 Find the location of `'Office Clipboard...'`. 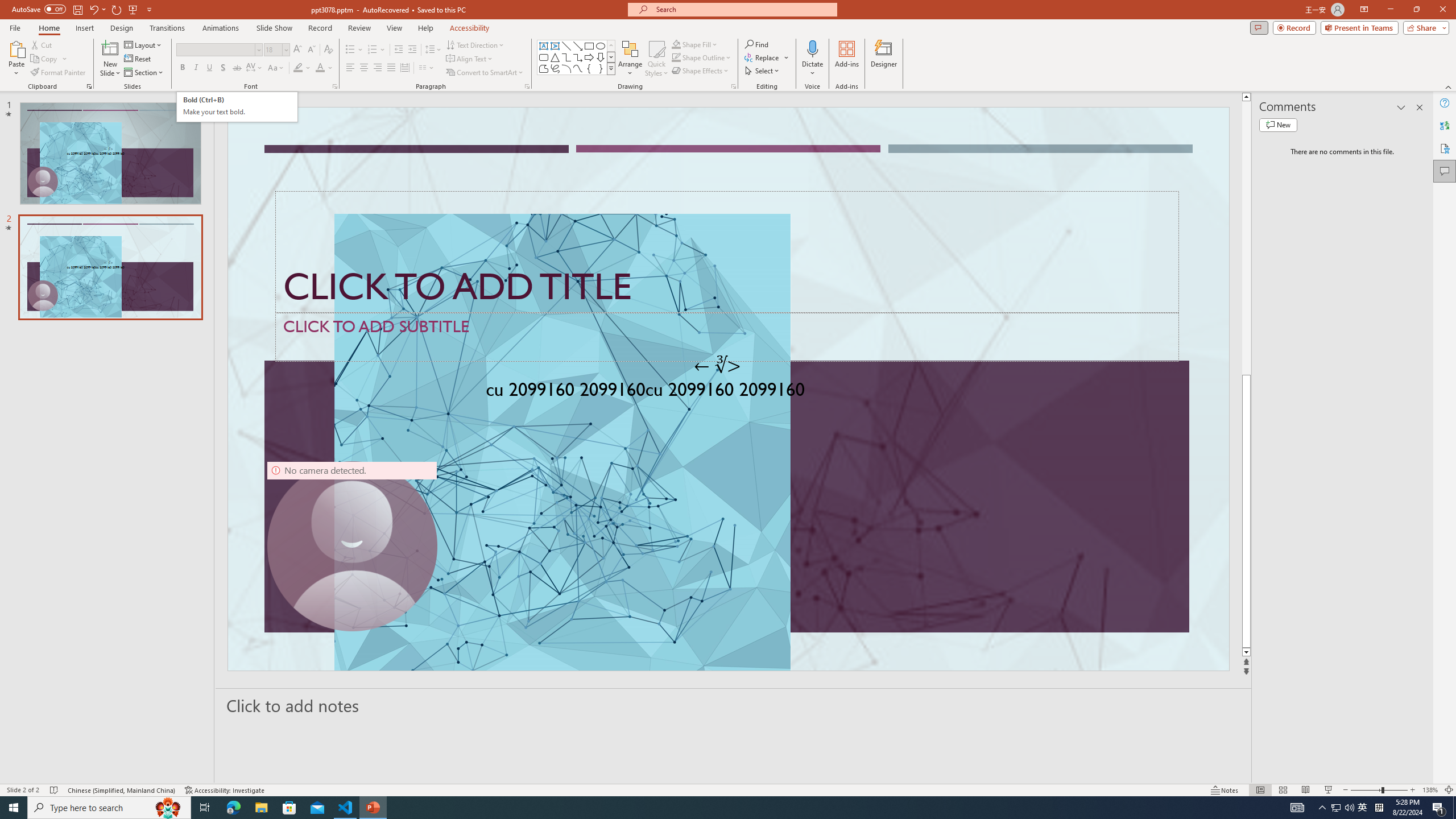

'Office Clipboard...' is located at coordinates (88, 85).